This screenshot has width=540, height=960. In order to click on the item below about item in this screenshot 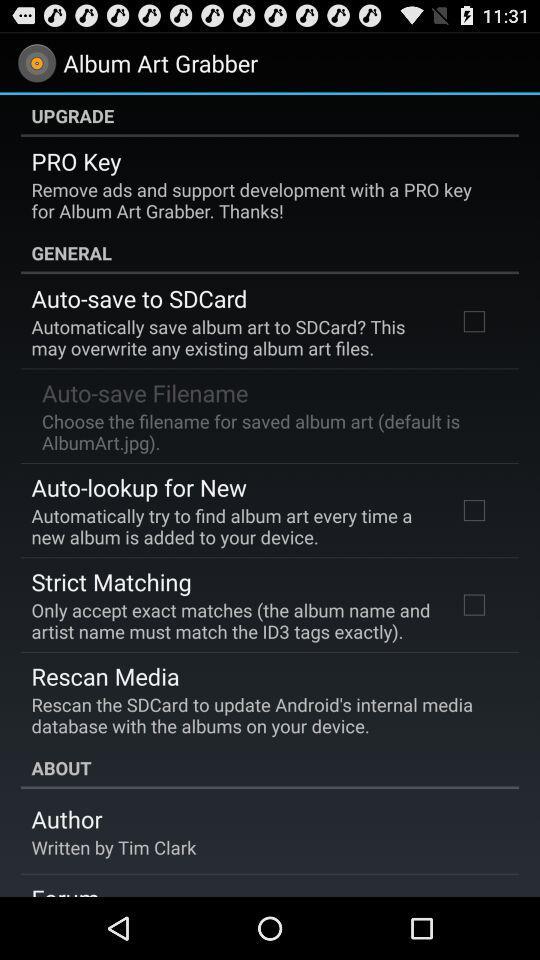, I will do `click(66, 819)`.